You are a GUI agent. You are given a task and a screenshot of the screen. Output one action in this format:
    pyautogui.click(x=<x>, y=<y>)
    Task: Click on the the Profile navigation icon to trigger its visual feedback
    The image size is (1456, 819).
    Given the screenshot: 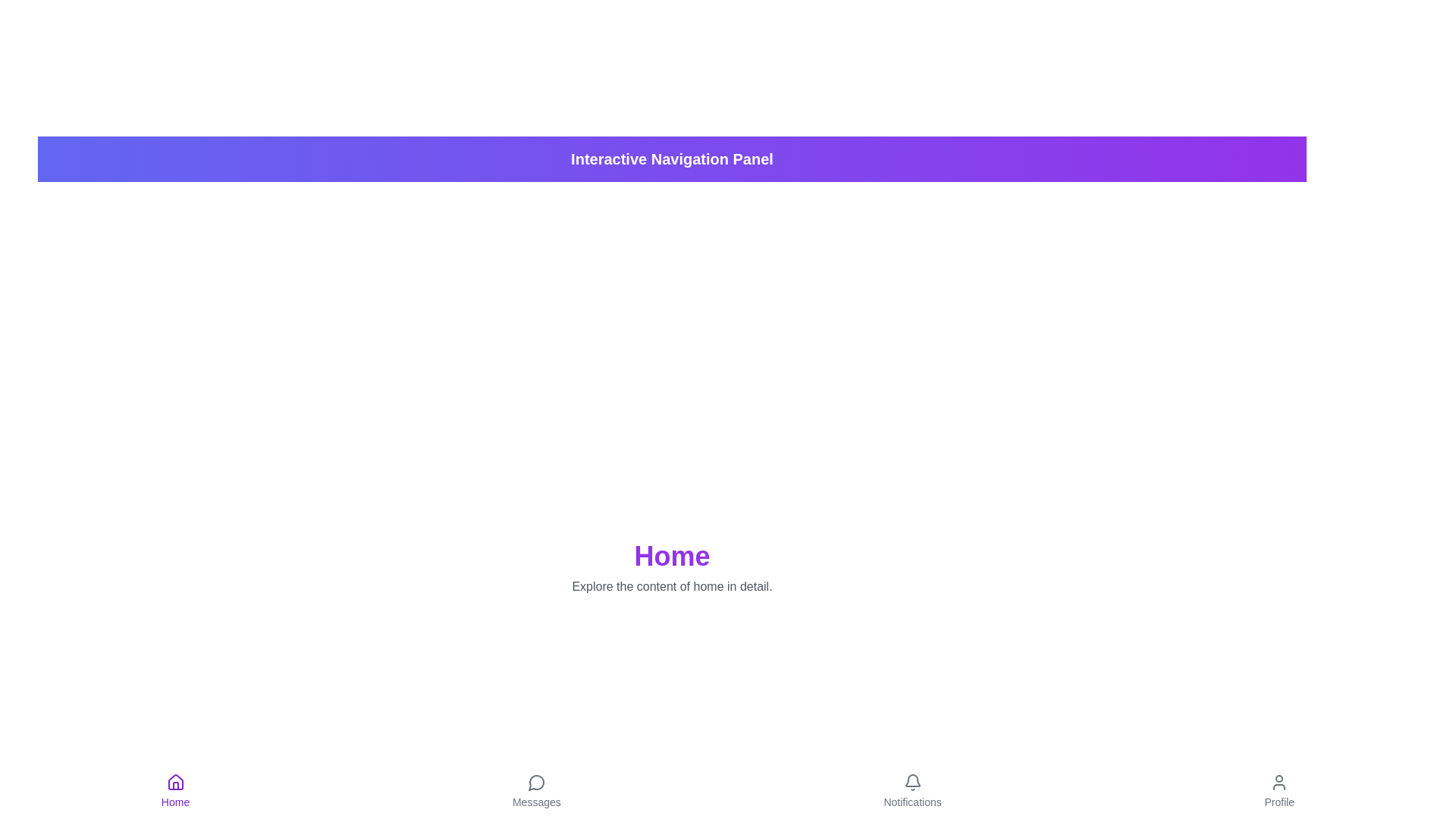 What is the action you would take?
    pyautogui.click(x=1279, y=791)
    